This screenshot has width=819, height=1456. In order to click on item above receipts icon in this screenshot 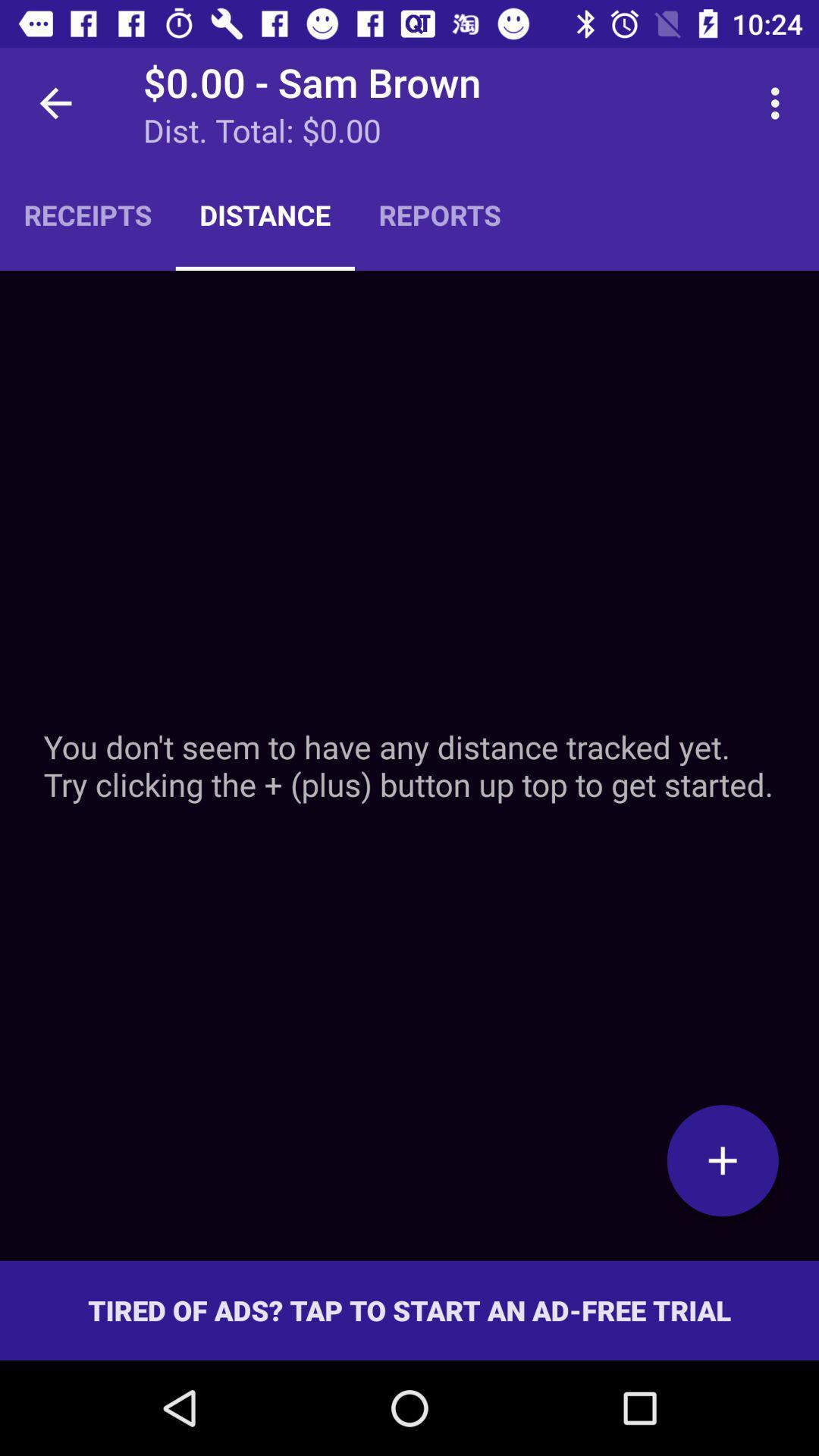, I will do `click(55, 102)`.